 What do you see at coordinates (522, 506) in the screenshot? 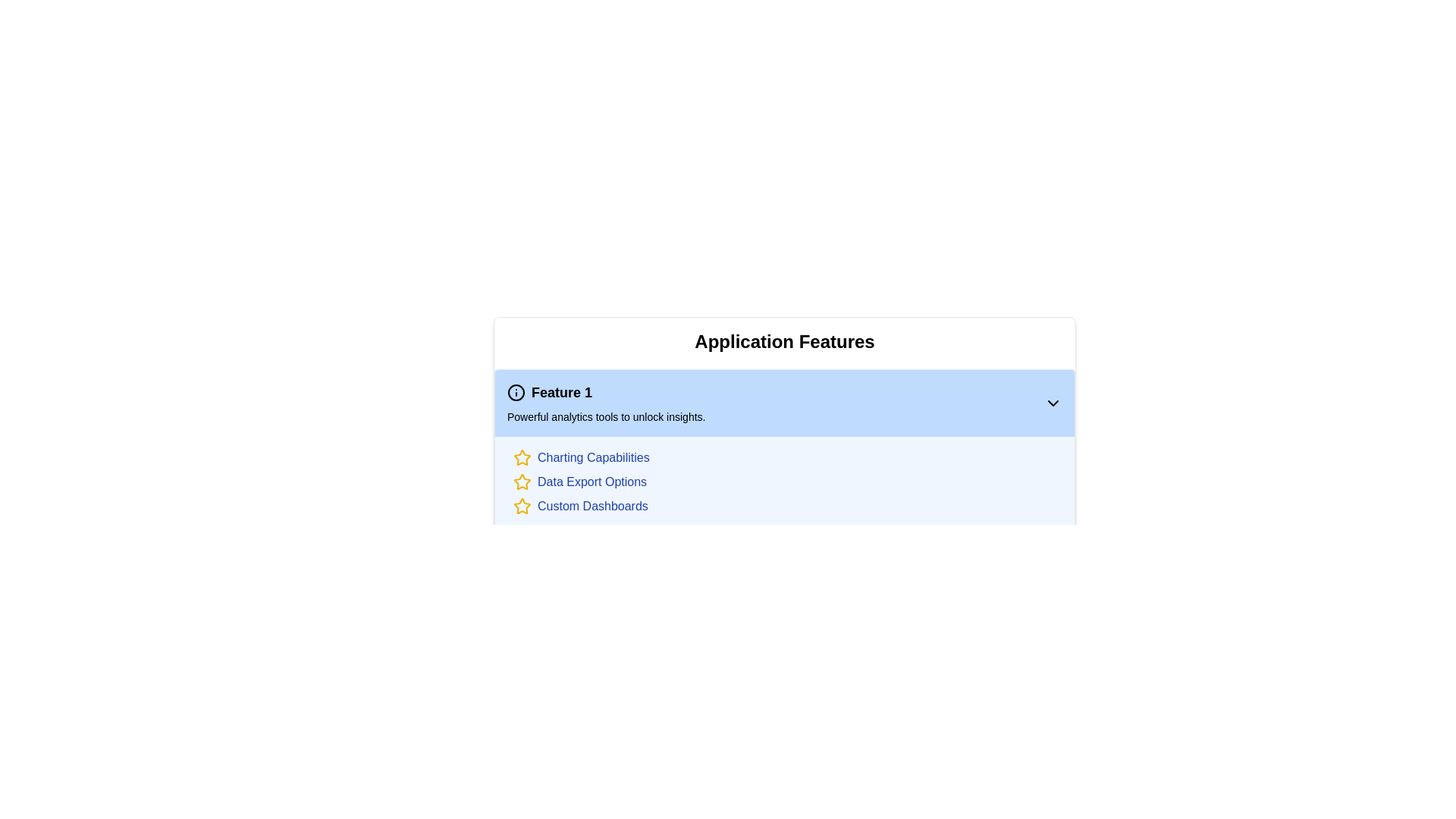
I see `the leftmost icon associated with the text 'Charting Capabilities' in the interface view` at bounding box center [522, 506].